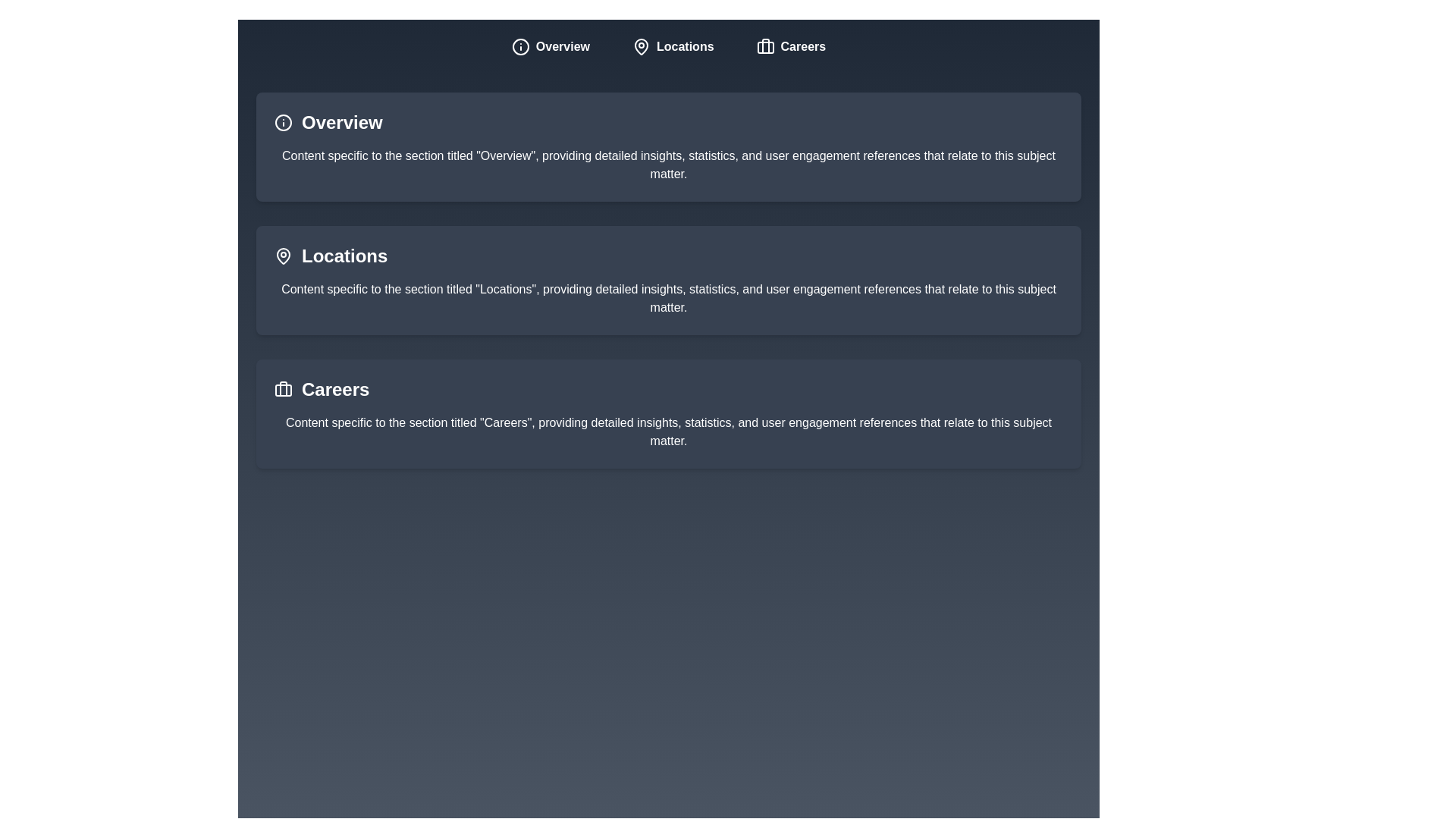 The width and height of the screenshot is (1456, 819). Describe the element at coordinates (284, 122) in the screenshot. I see `the informational/help icon` at that location.